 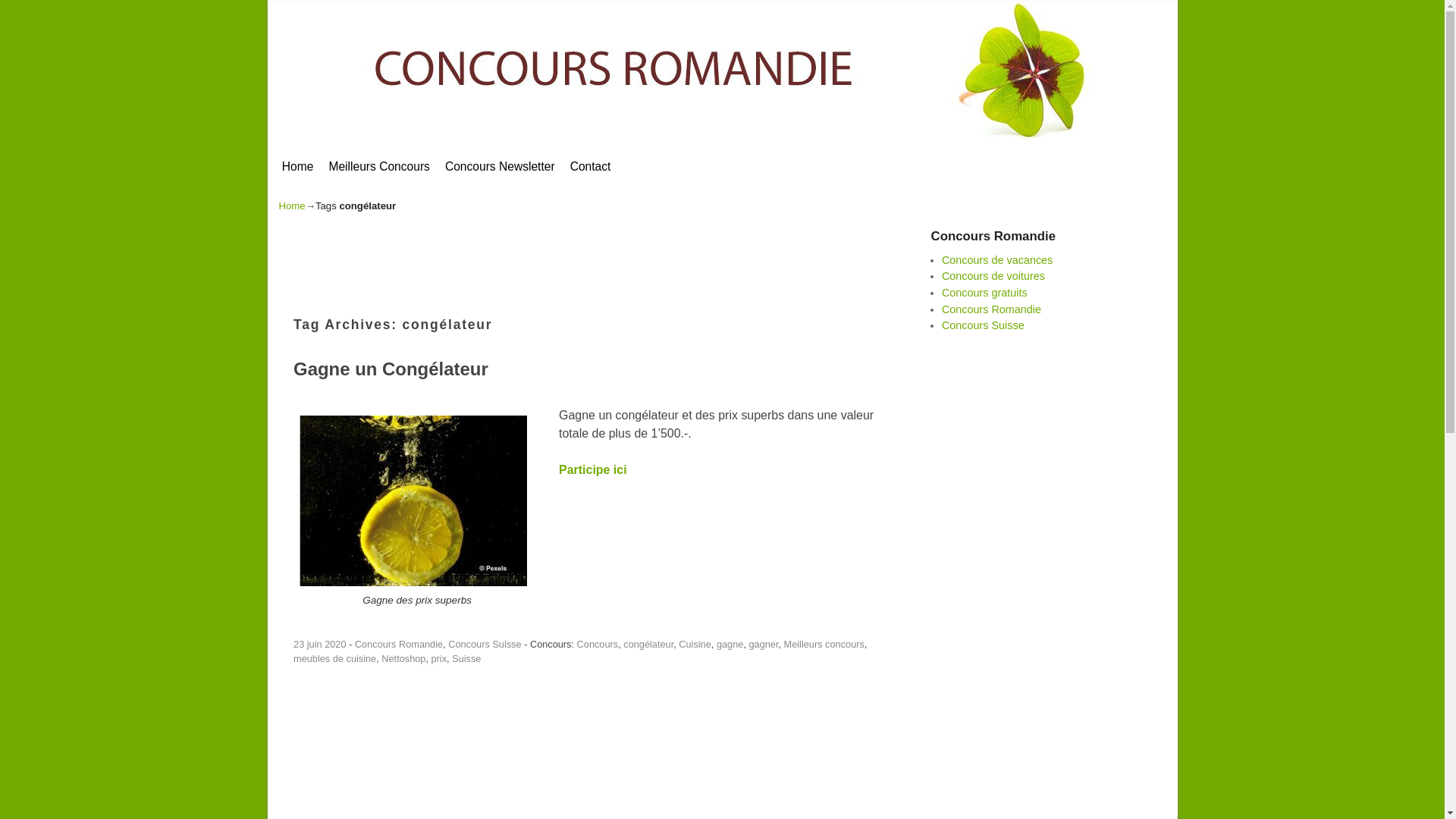 What do you see at coordinates (763, 644) in the screenshot?
I see `'gagner'` at bounding box center [763, 644].